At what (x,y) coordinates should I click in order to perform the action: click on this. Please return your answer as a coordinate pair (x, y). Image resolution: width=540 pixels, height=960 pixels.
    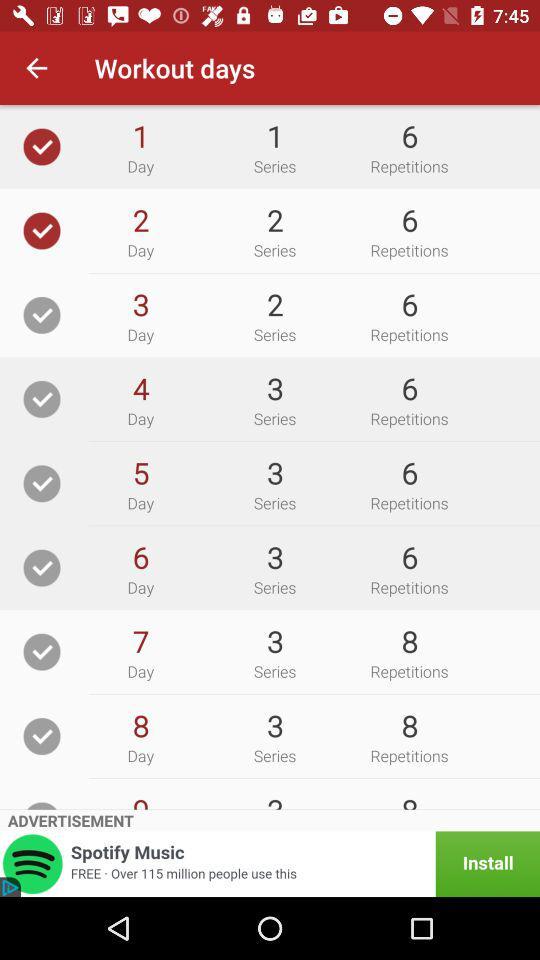
    Looking at the image, I should click on (42, 735).